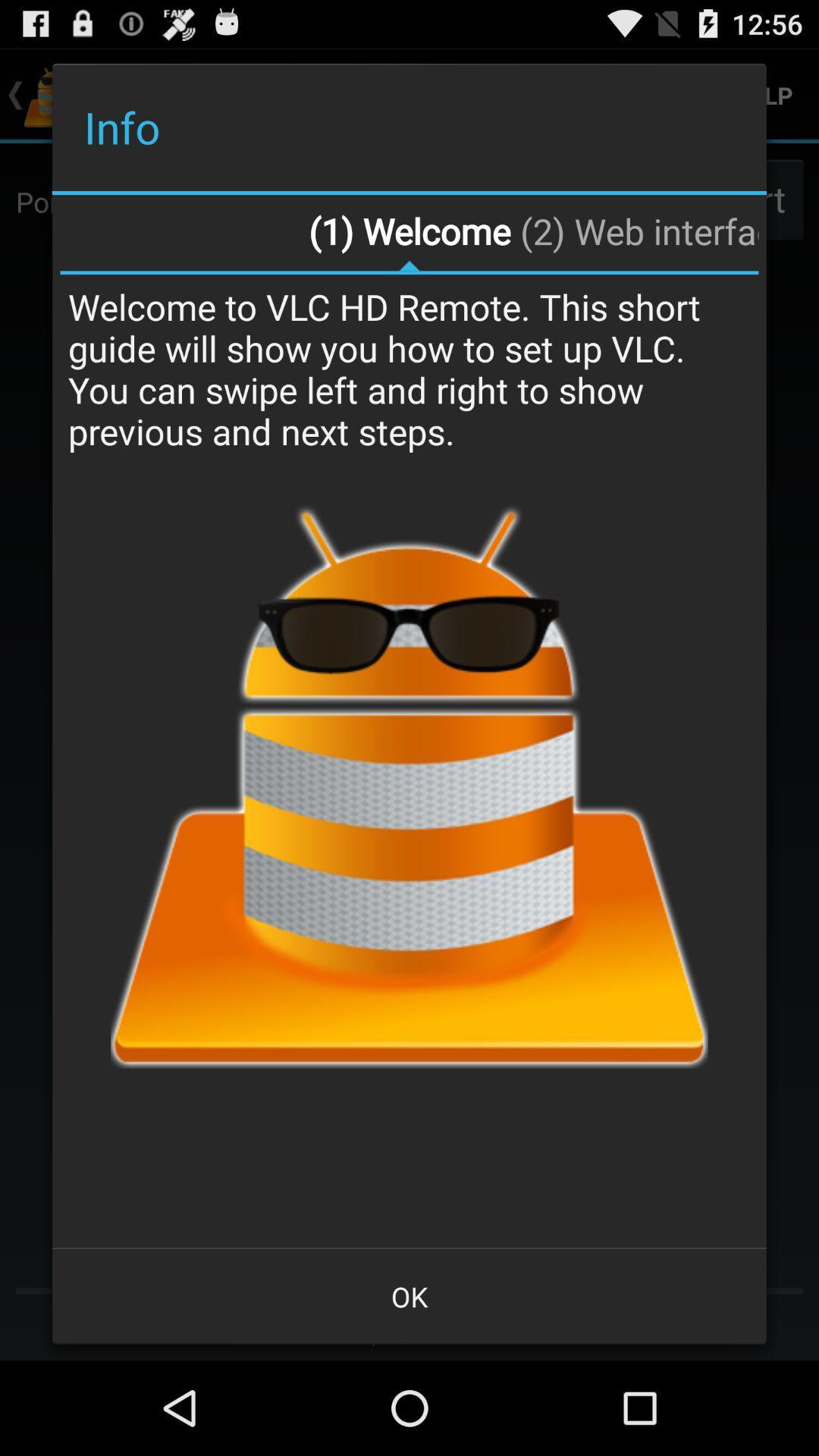  Describe the element at coordinates (409, 1295) in the screenshot. I see `button at the bottom` at that location.